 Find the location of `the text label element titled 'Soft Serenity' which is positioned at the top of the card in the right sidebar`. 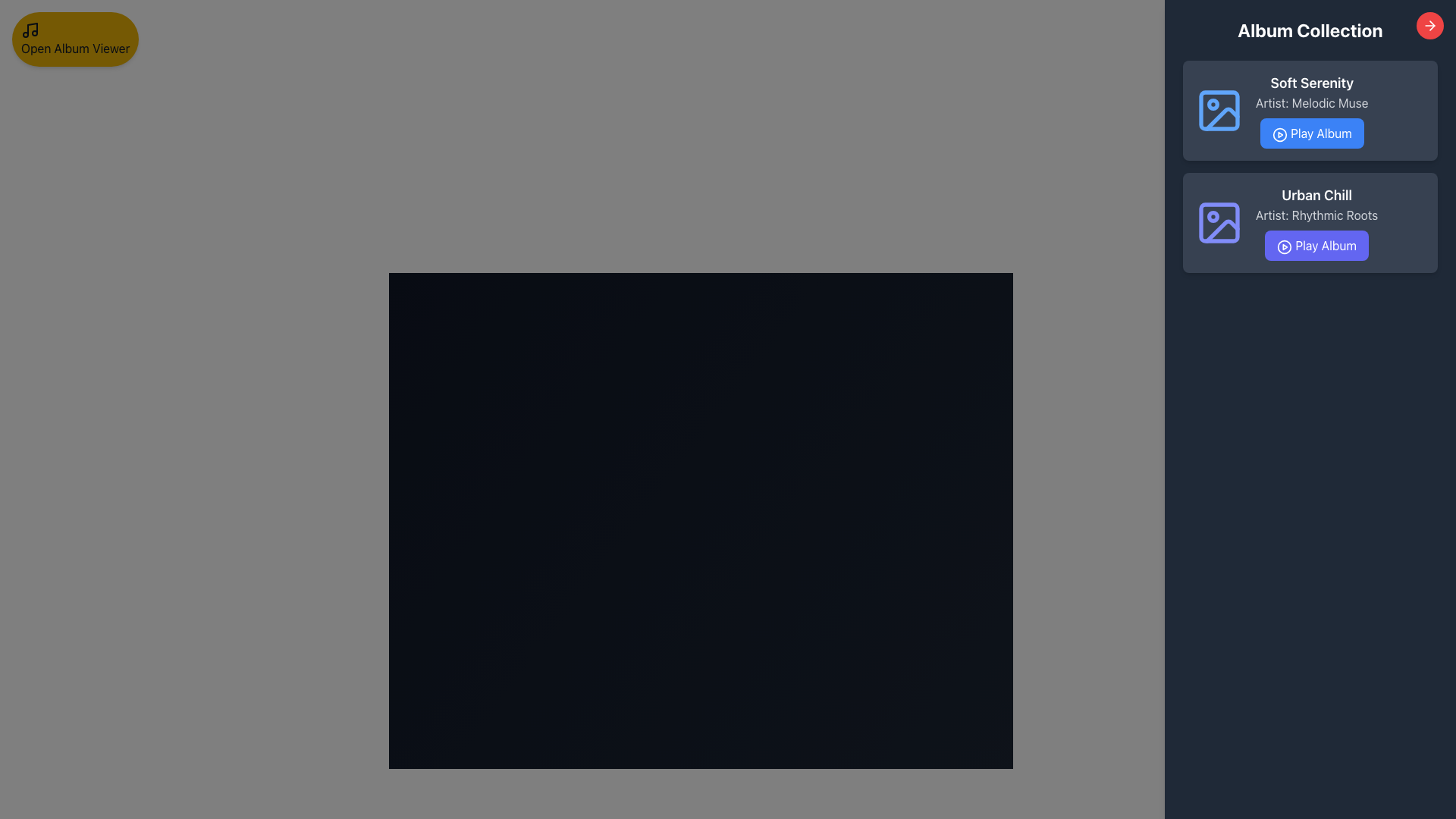

the text label element titled 'Soft Serenity' which is positioned at the top of the card in the right sidebar is located at coordinates (1311, 83).